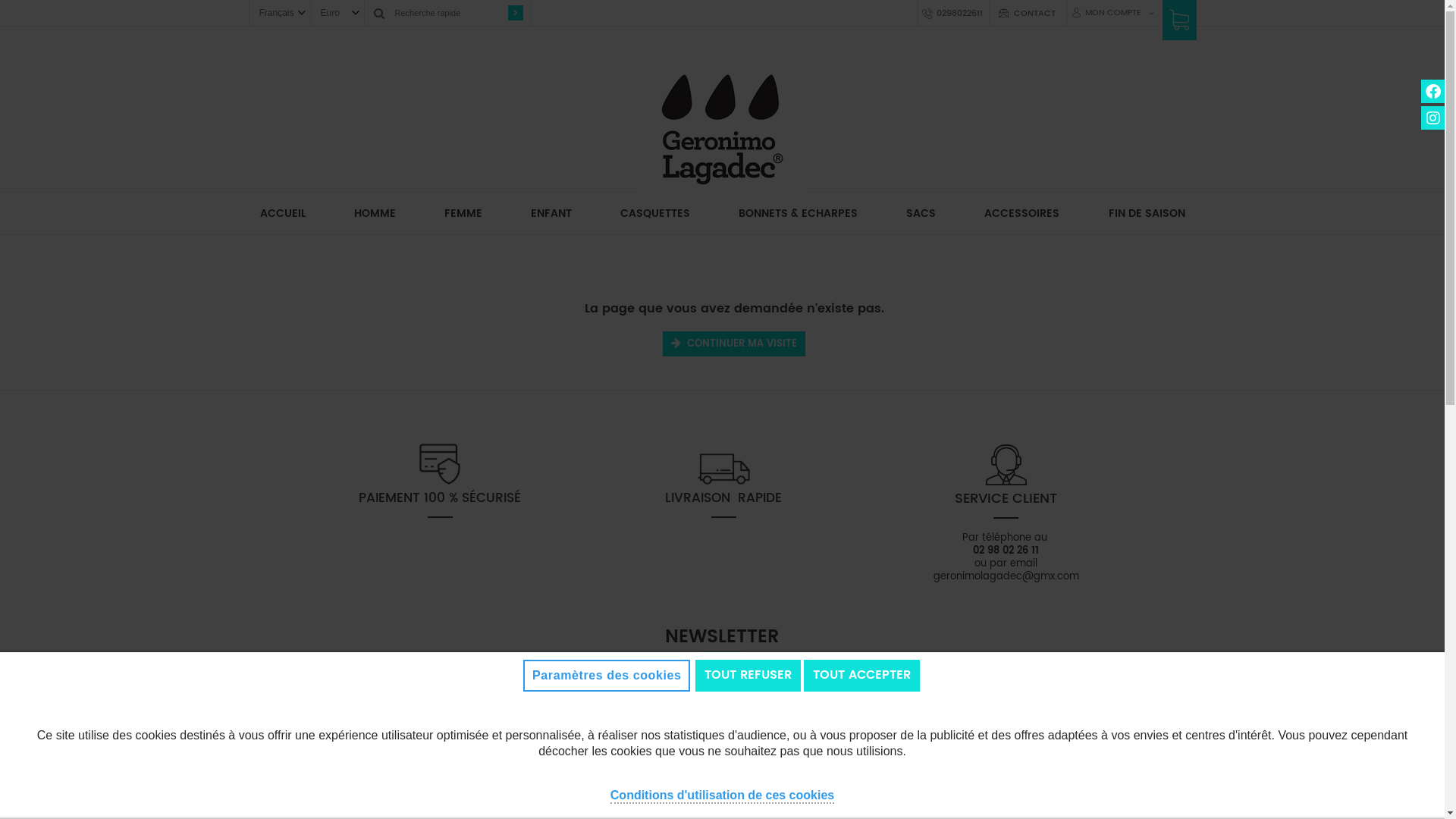 The image size is (1456, 819). Describe the element at coordinates (748, 674) in the screenshot. I see `'TOUT REFUSER'` at that location.